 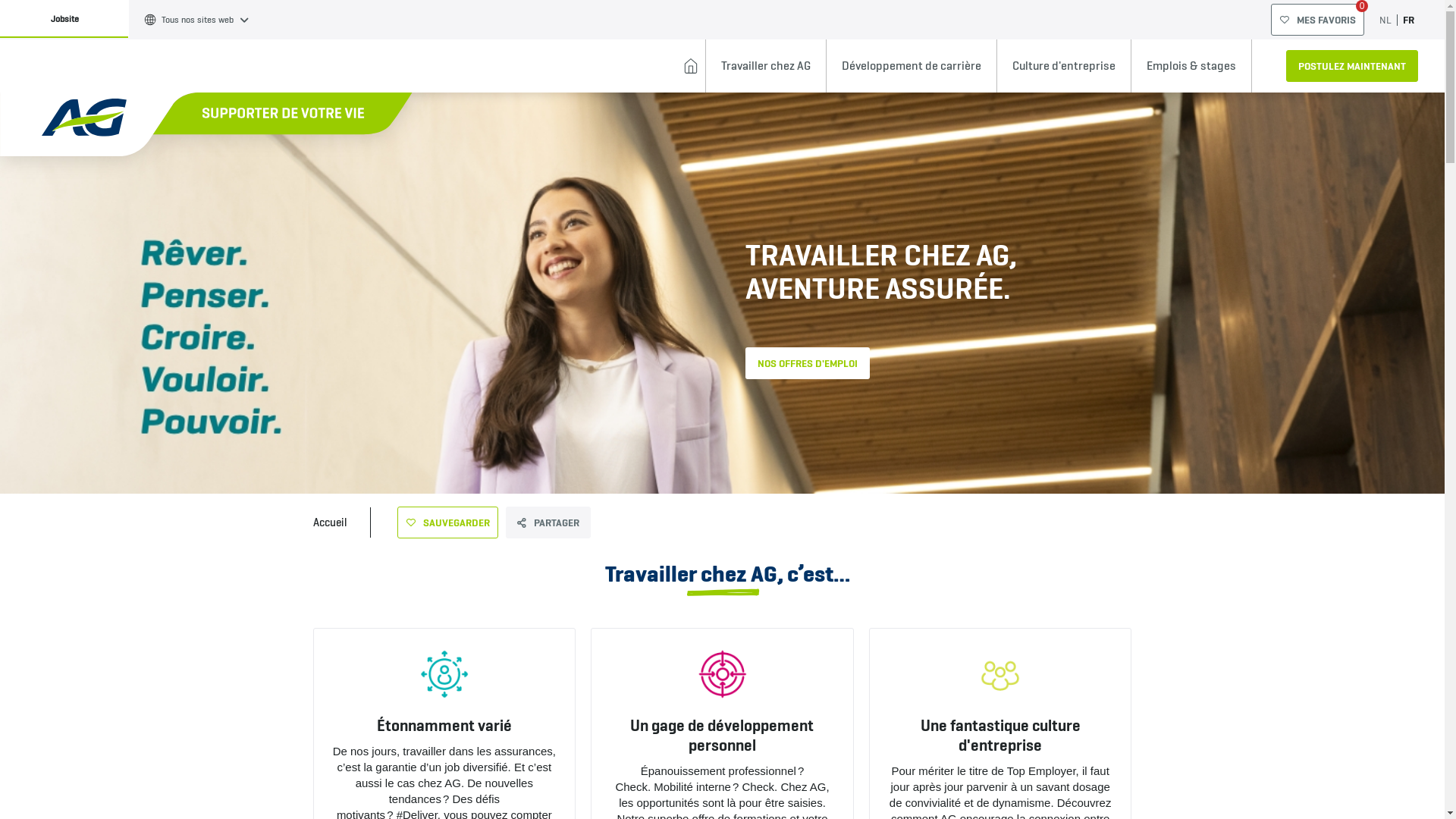 What do you see at coordinates (806, 362) in the screenshot?
I see `'NOS OFFRES D'EMPLOI'` at bounding box center [806, 362].